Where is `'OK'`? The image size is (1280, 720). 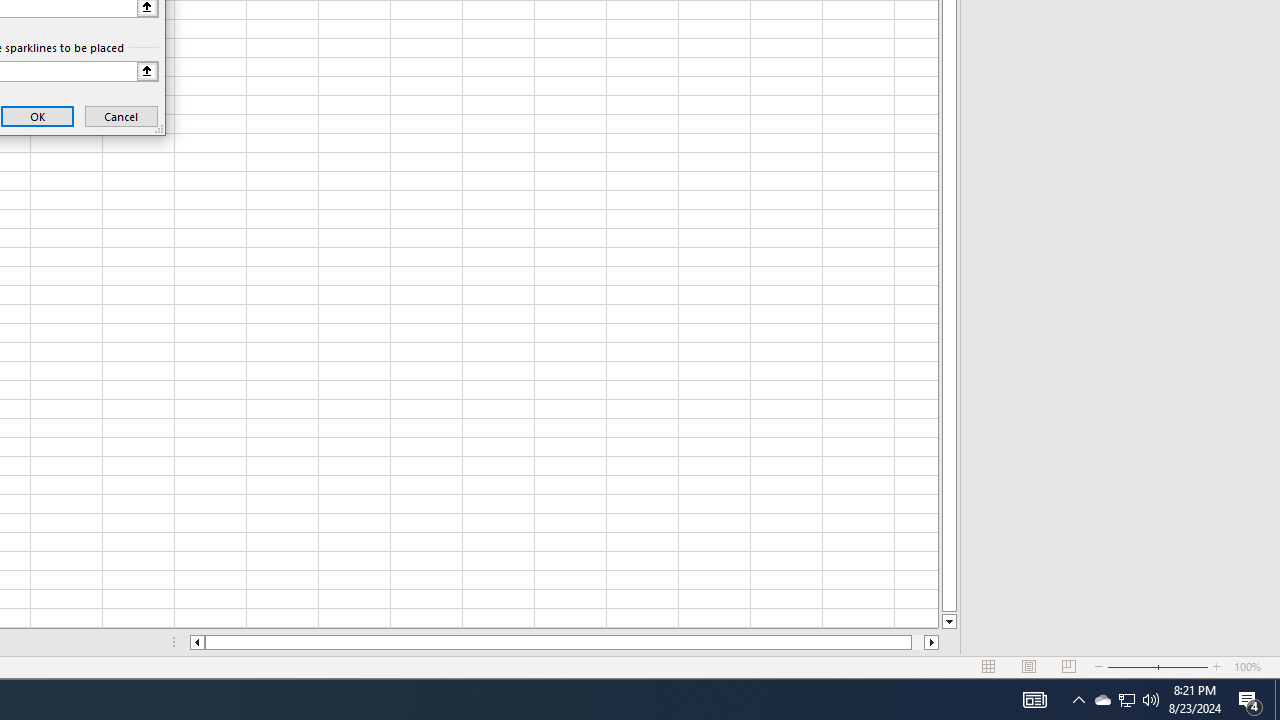 'OK' is located at coordinates (37, 116).